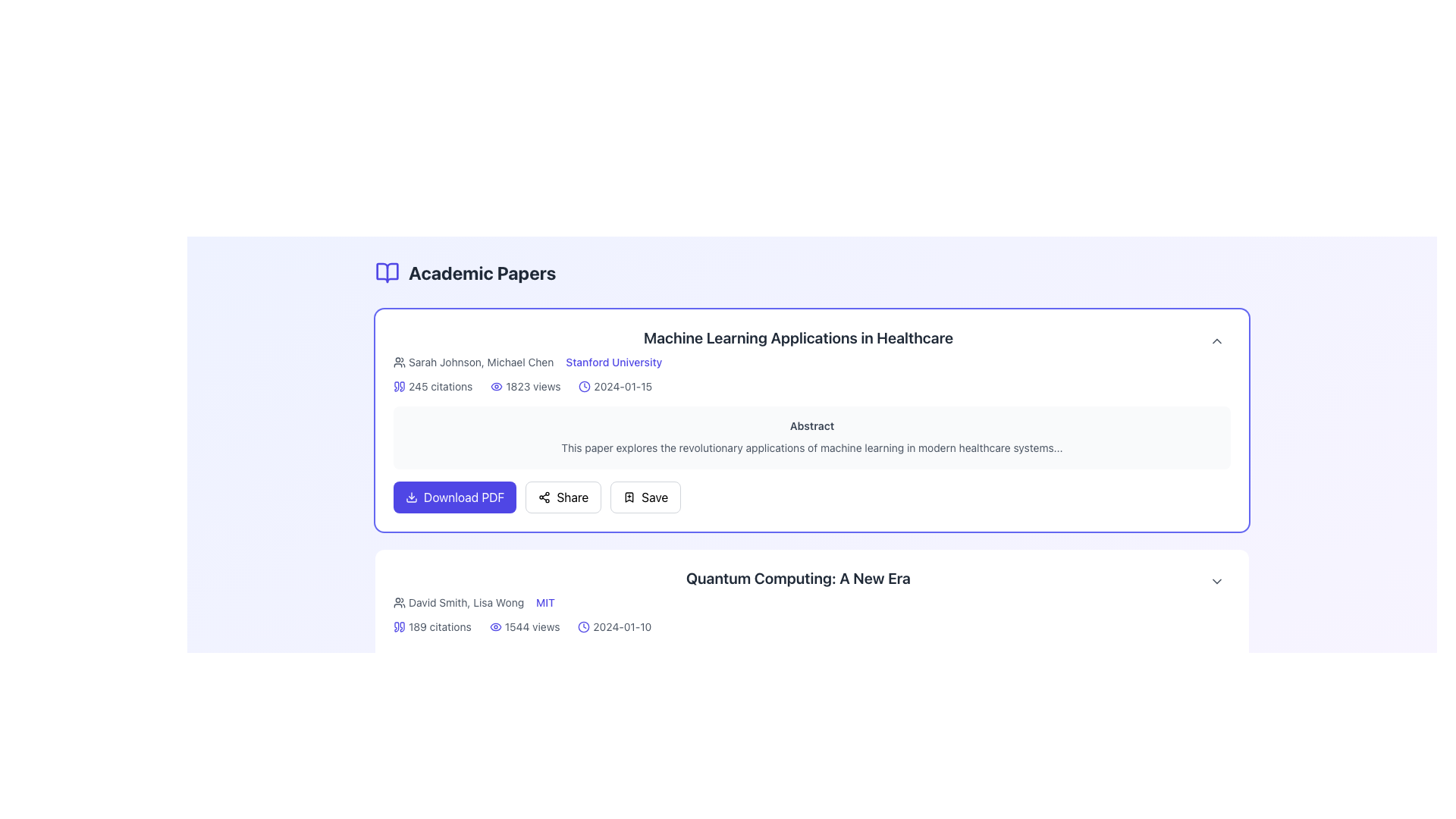  I want to click on the indigo blue eye icon, which is the first element in a group displaying '1544 views' near the bottom-left of the 'Quantum Computing: A New Era' card, so click(495, 626).